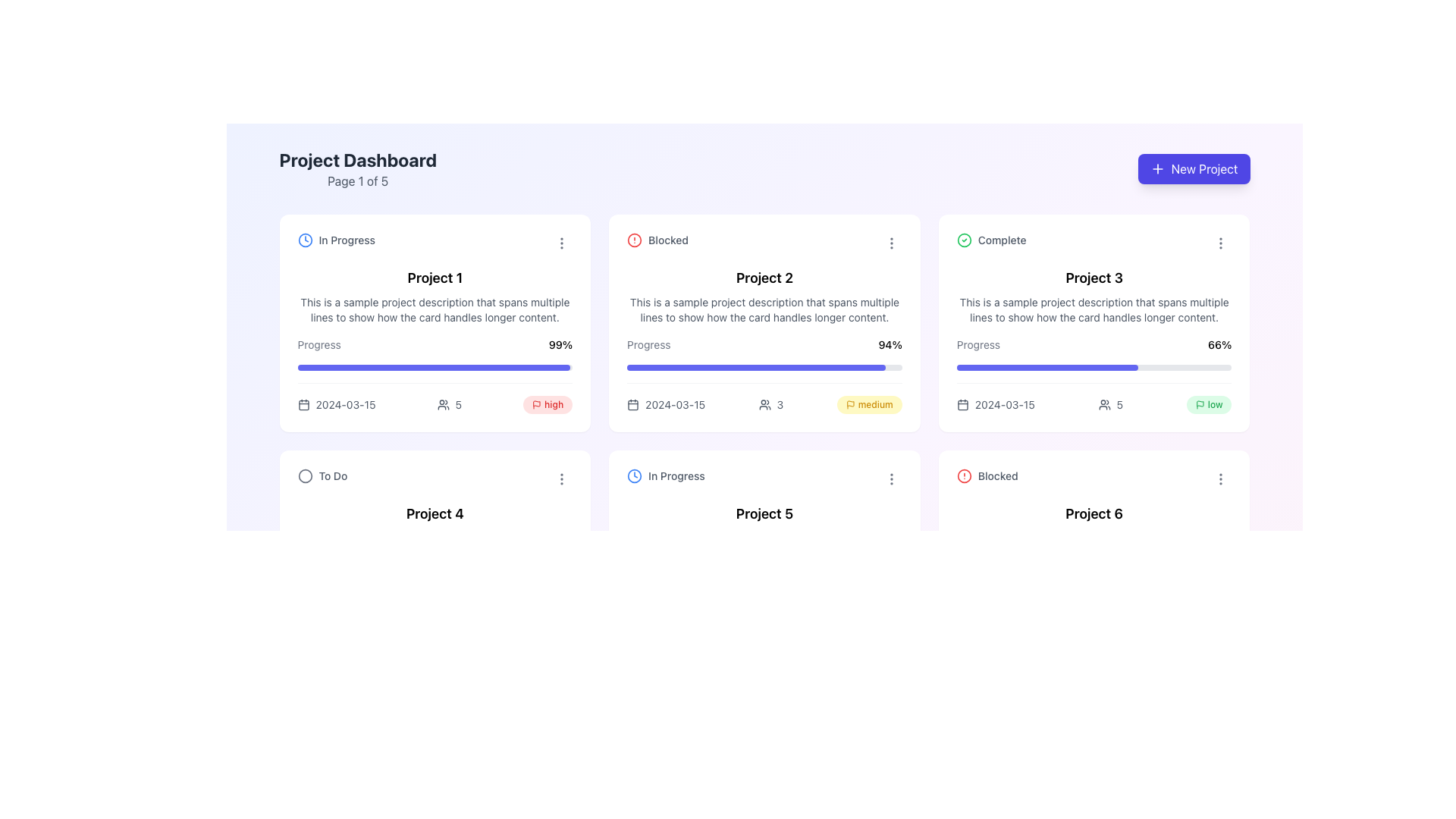 This screenshot has height=819, width=1456. Describe the element at coordinates (1119, 403) in the screenshot. I see `the text label that indicates a count or numerical reference, which is positioned to the right of an icon and above a progress label` at that location.